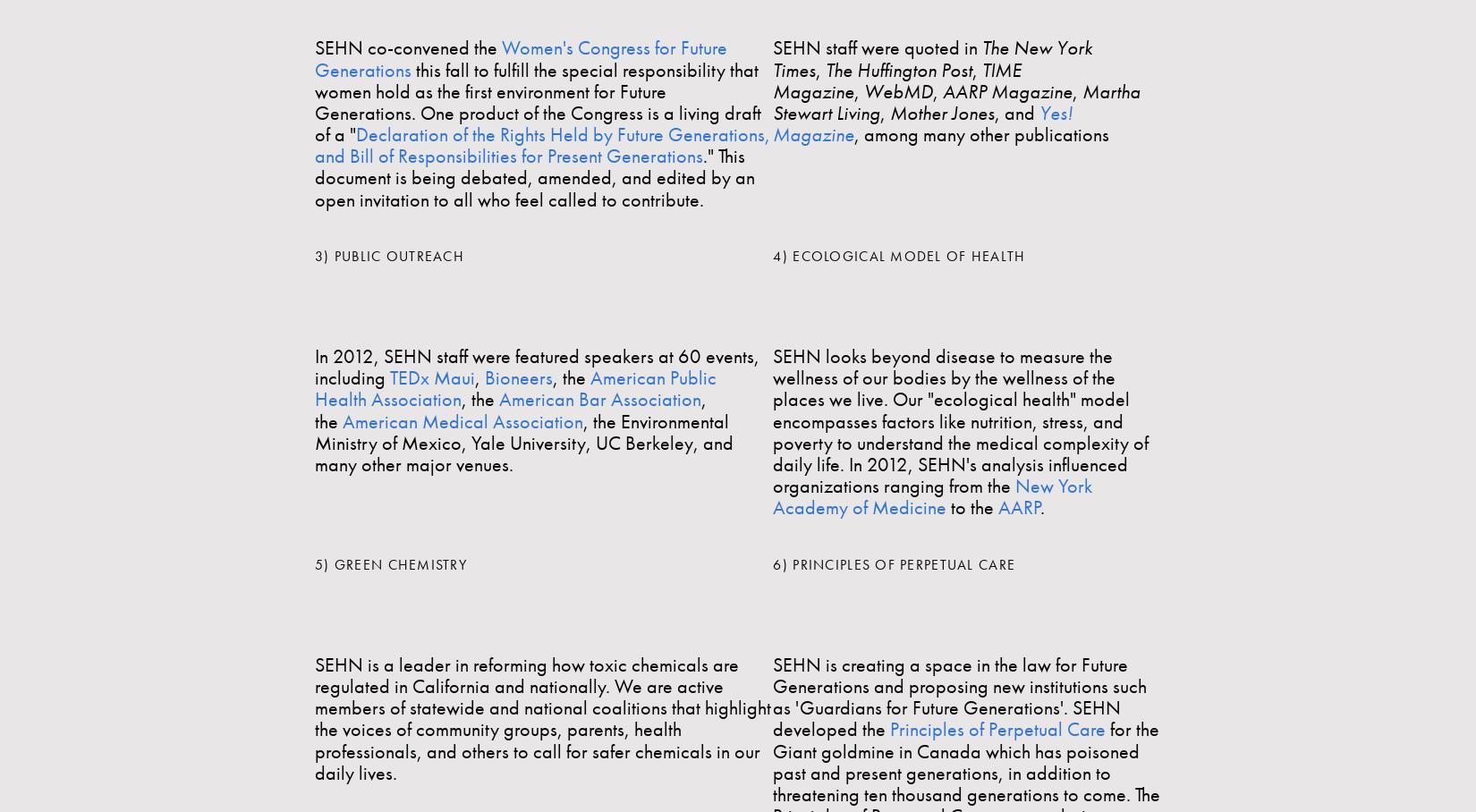 The height and width of the screenshot is (812, 1476). What do you see at coordinates (972, 506) in the screenshot?
I see `'to the'` at bounding box center [972, 506].